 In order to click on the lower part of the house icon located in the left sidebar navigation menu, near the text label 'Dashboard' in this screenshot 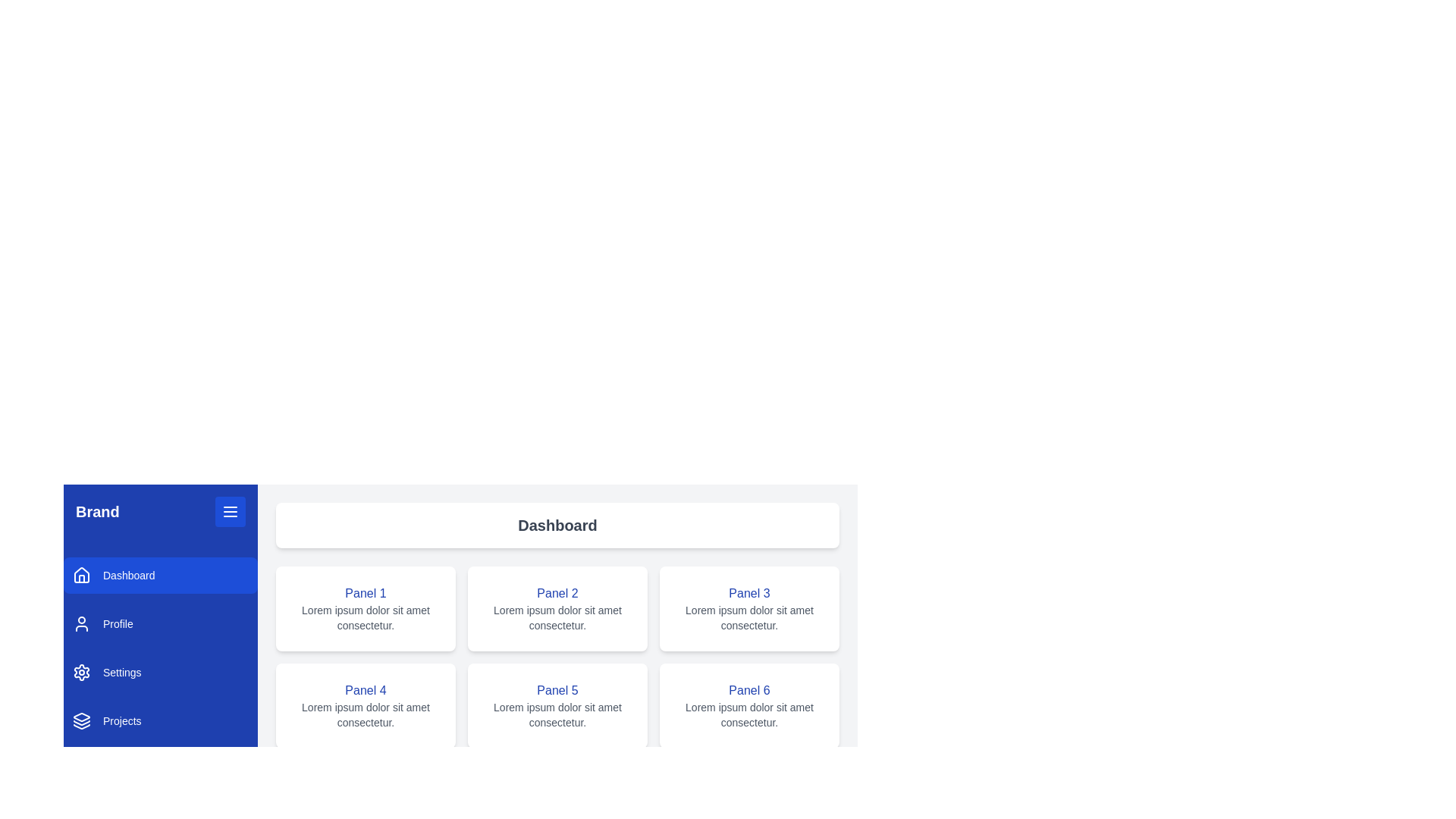, I will do `click(81, 579)`.